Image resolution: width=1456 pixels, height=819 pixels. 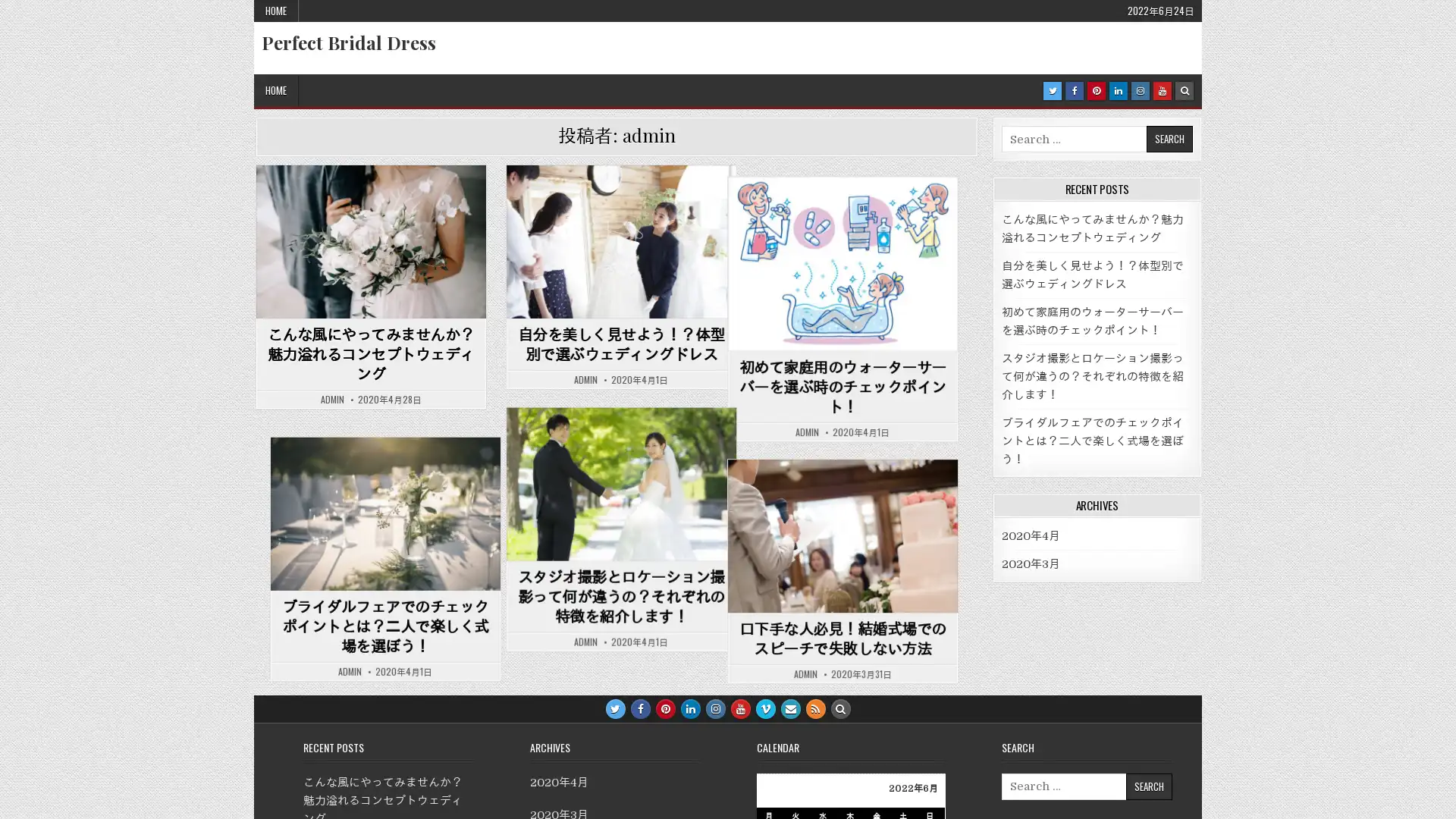 What do you see at coordinates (1168, 139) in the screenshot?
I see `Search` at bounding box center [1168, 139].